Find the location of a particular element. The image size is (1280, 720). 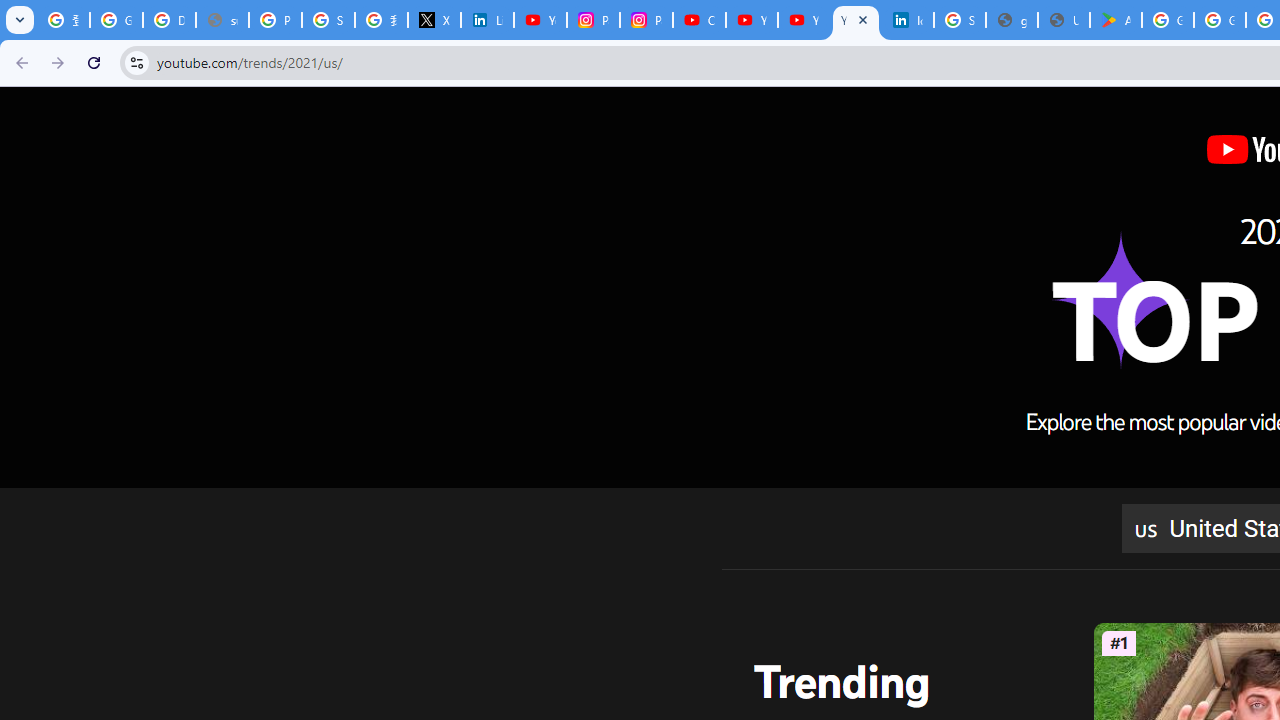

'Android Apps on Google Play' is located at coordinates (1115, 20).